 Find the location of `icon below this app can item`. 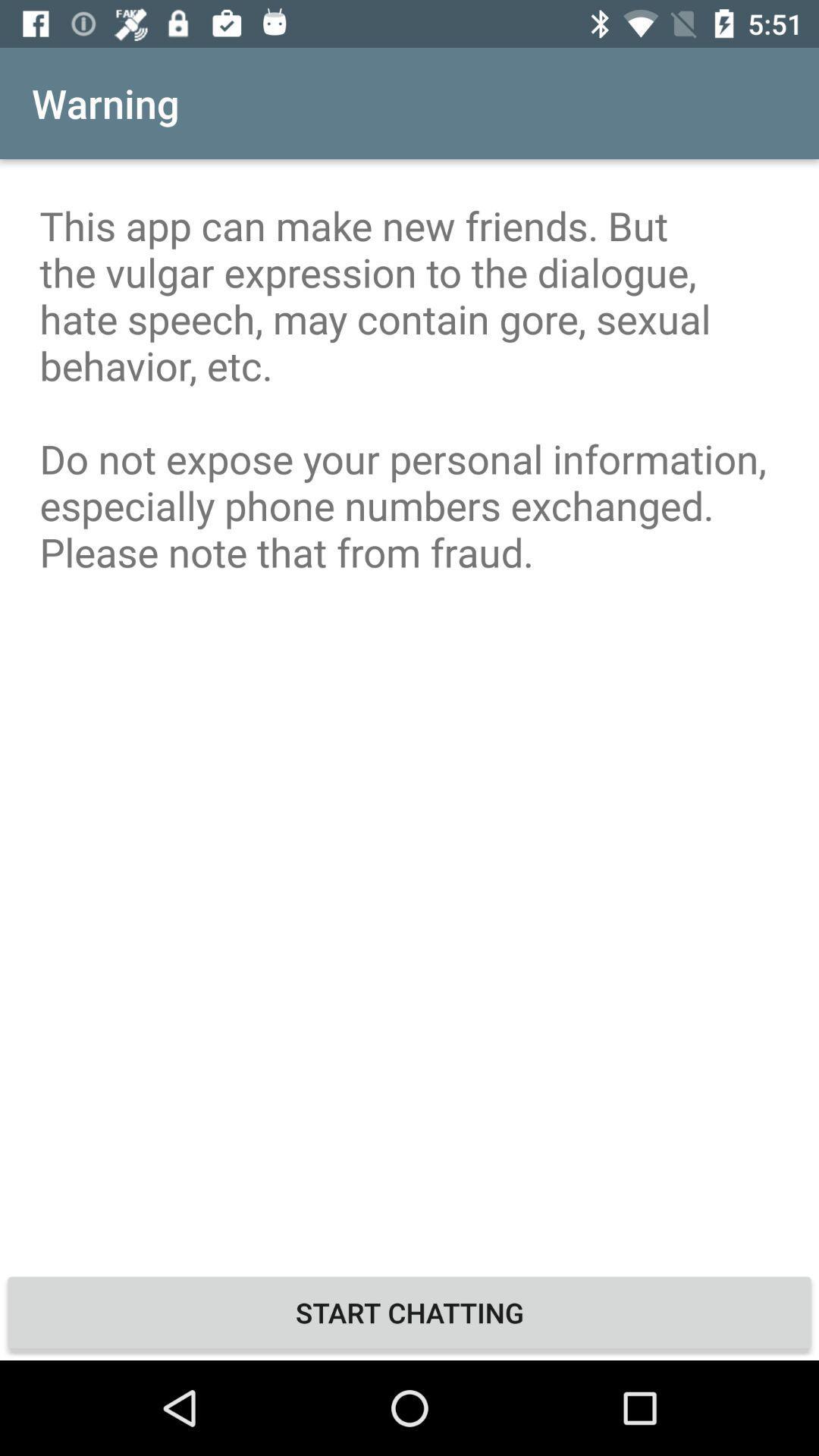

icon below this app can item is located at coordinates (409, 1312).